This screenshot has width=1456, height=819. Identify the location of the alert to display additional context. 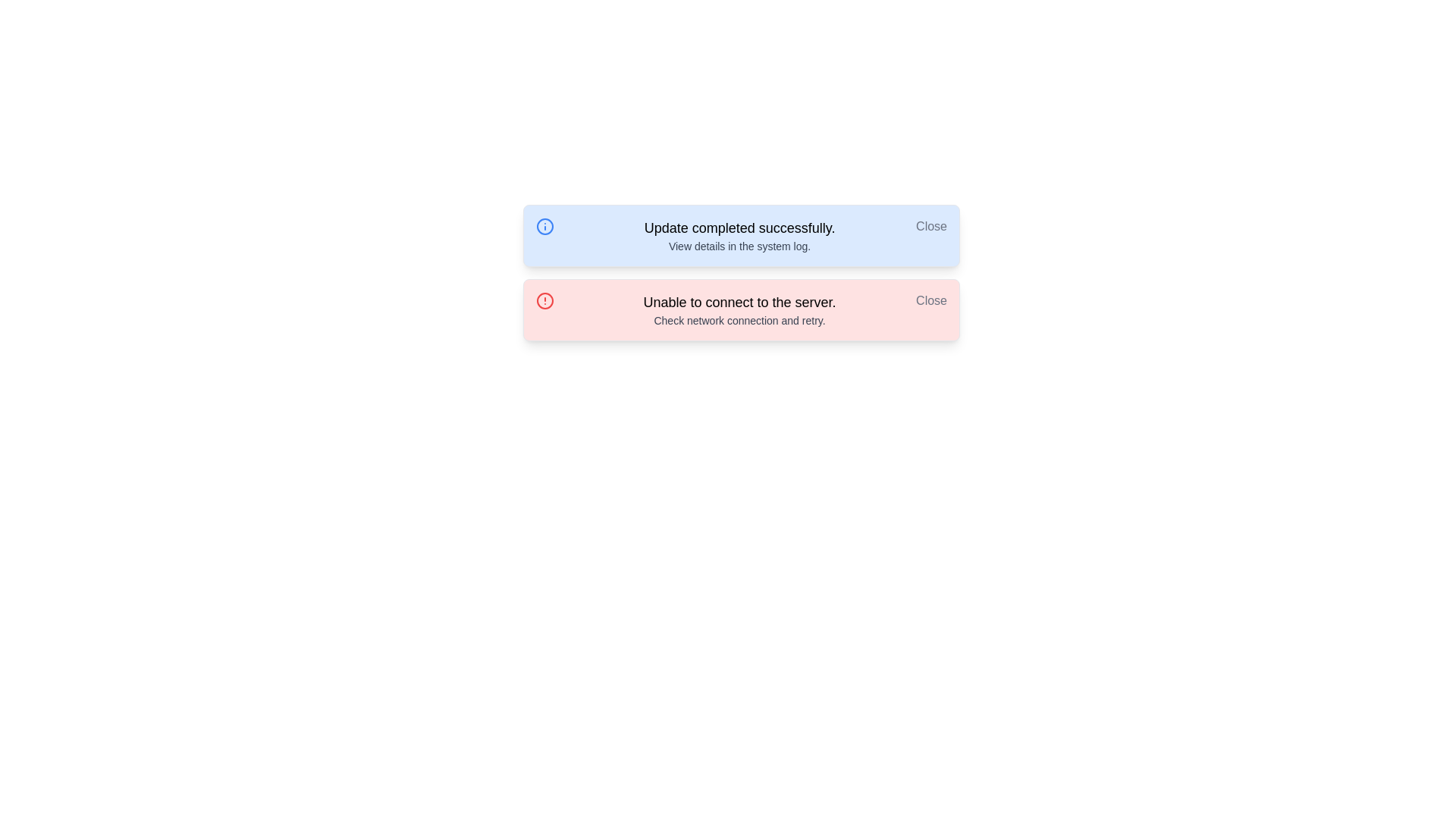
(742, 236).